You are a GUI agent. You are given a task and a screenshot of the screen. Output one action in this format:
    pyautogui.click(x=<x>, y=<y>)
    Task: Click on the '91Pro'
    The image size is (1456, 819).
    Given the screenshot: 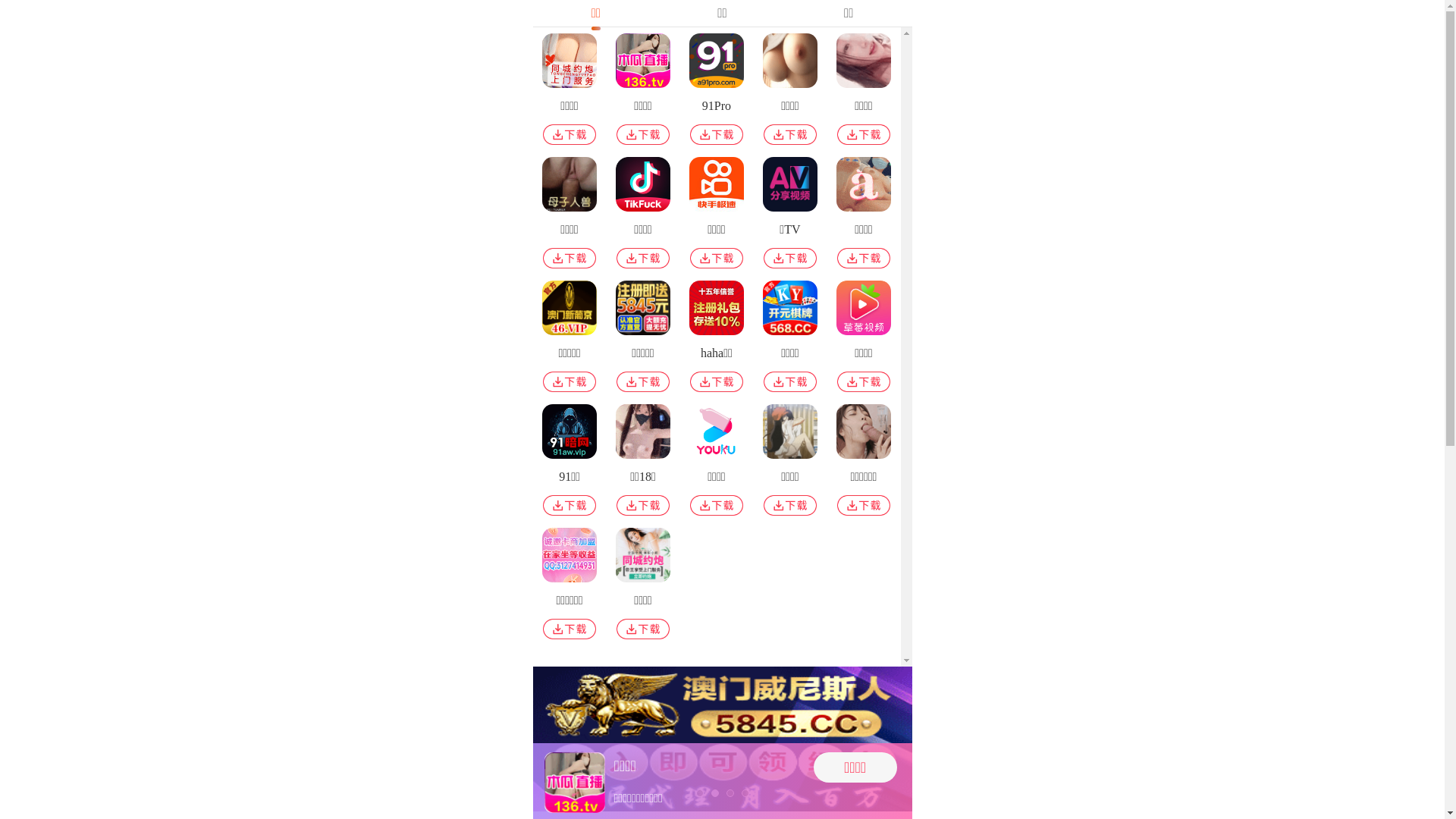 What is the action you would take?
    pyautogui.click(x=715, y=92)
    